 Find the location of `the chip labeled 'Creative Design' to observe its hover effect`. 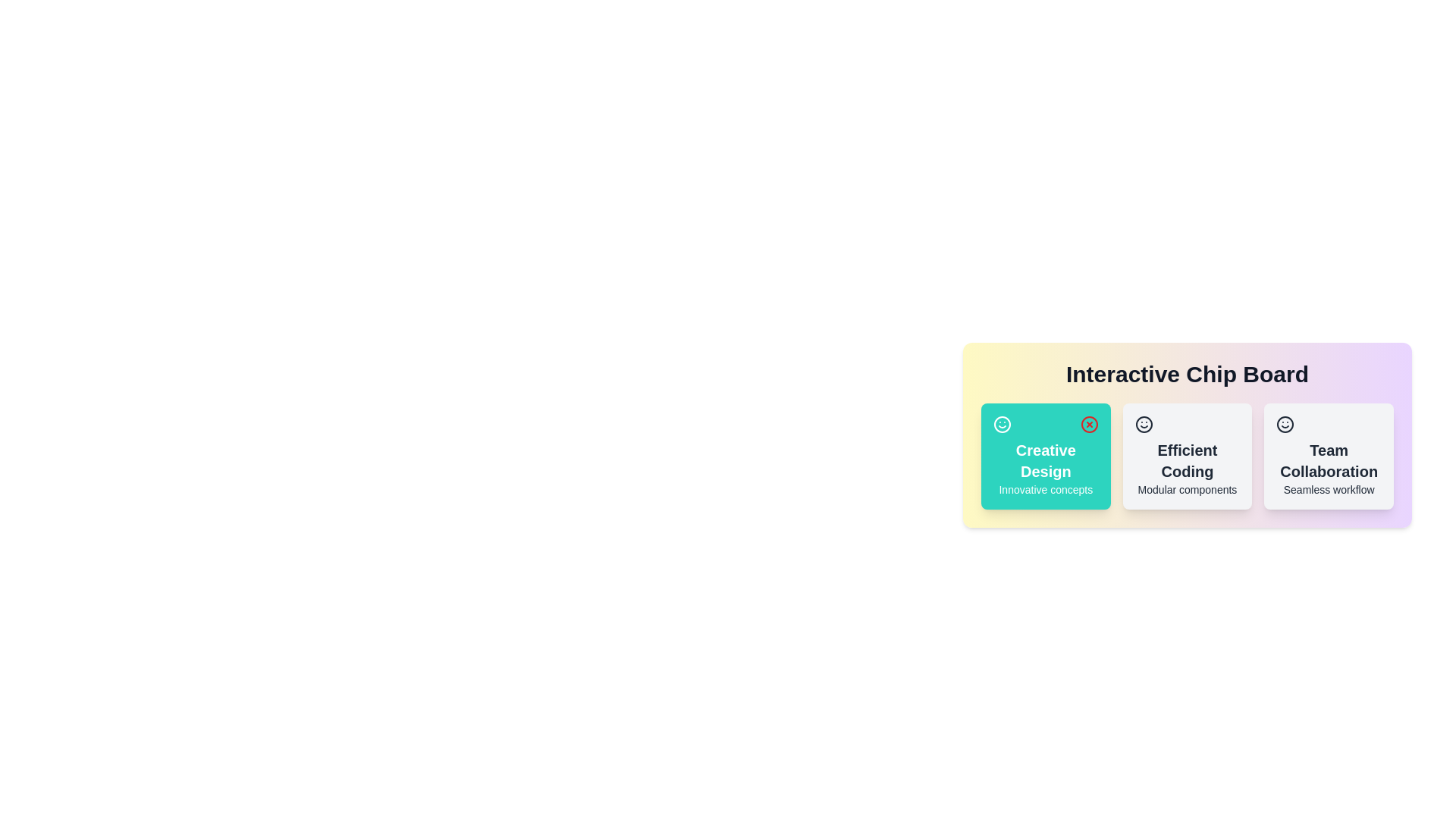

the chip labeled 'Creative Design' to observe its hover effect is located at coordinates (1044, 455).